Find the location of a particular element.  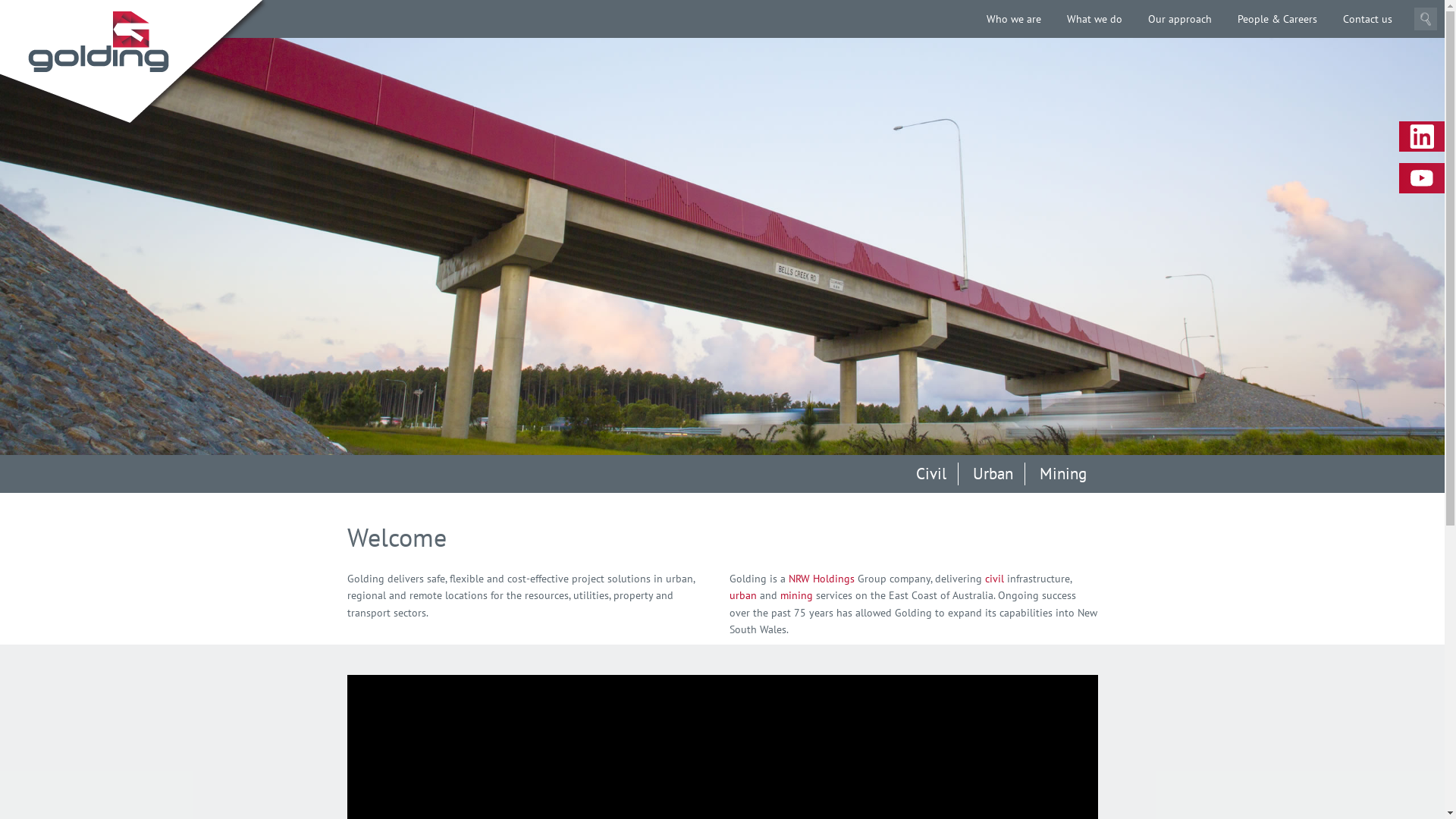

'NRW Holdings' is located at coordinates (821, 579).